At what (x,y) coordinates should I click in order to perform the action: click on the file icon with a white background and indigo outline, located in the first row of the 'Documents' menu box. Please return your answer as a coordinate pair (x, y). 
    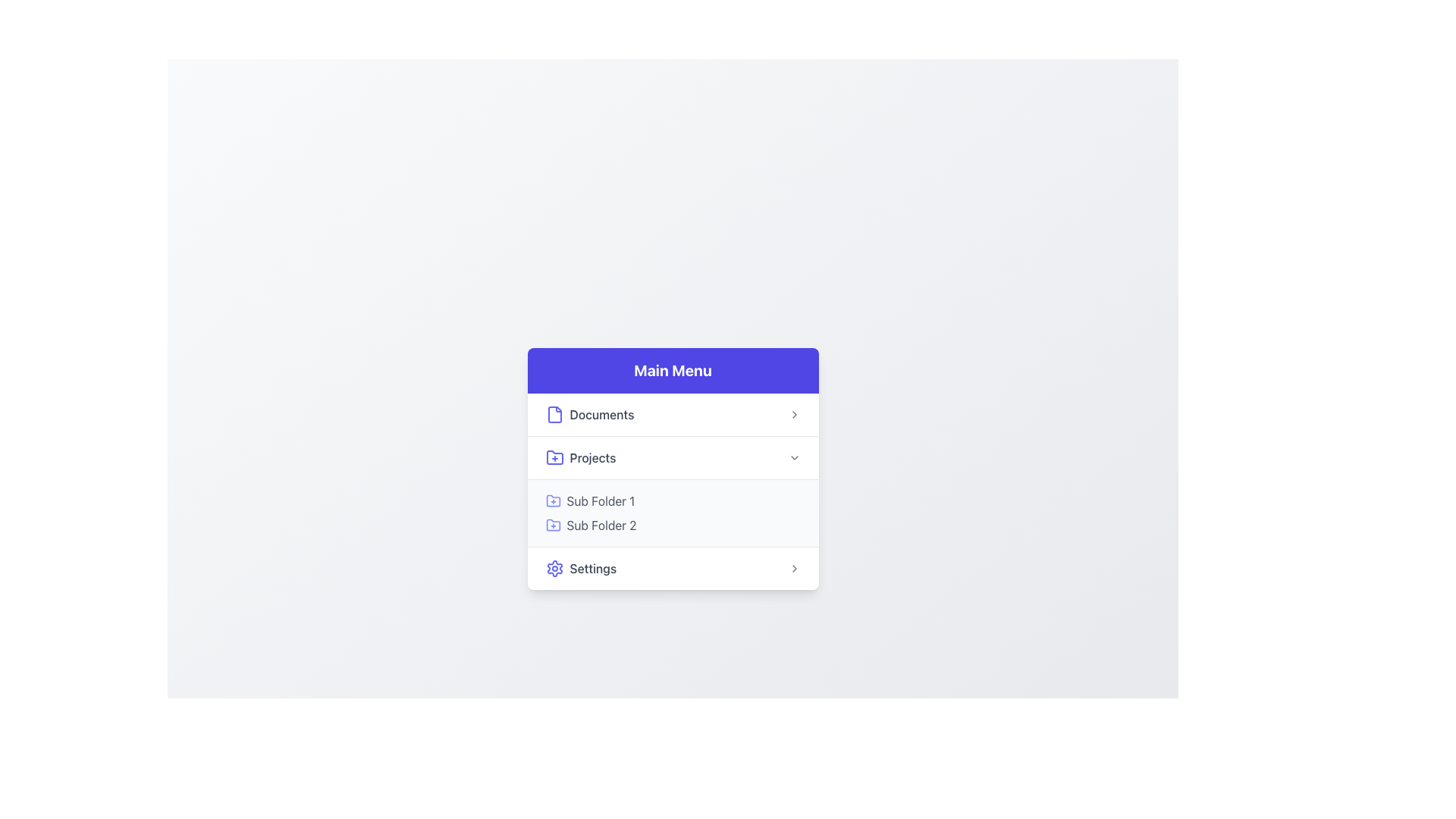
    Looking at the image, I should click on (554, 414).